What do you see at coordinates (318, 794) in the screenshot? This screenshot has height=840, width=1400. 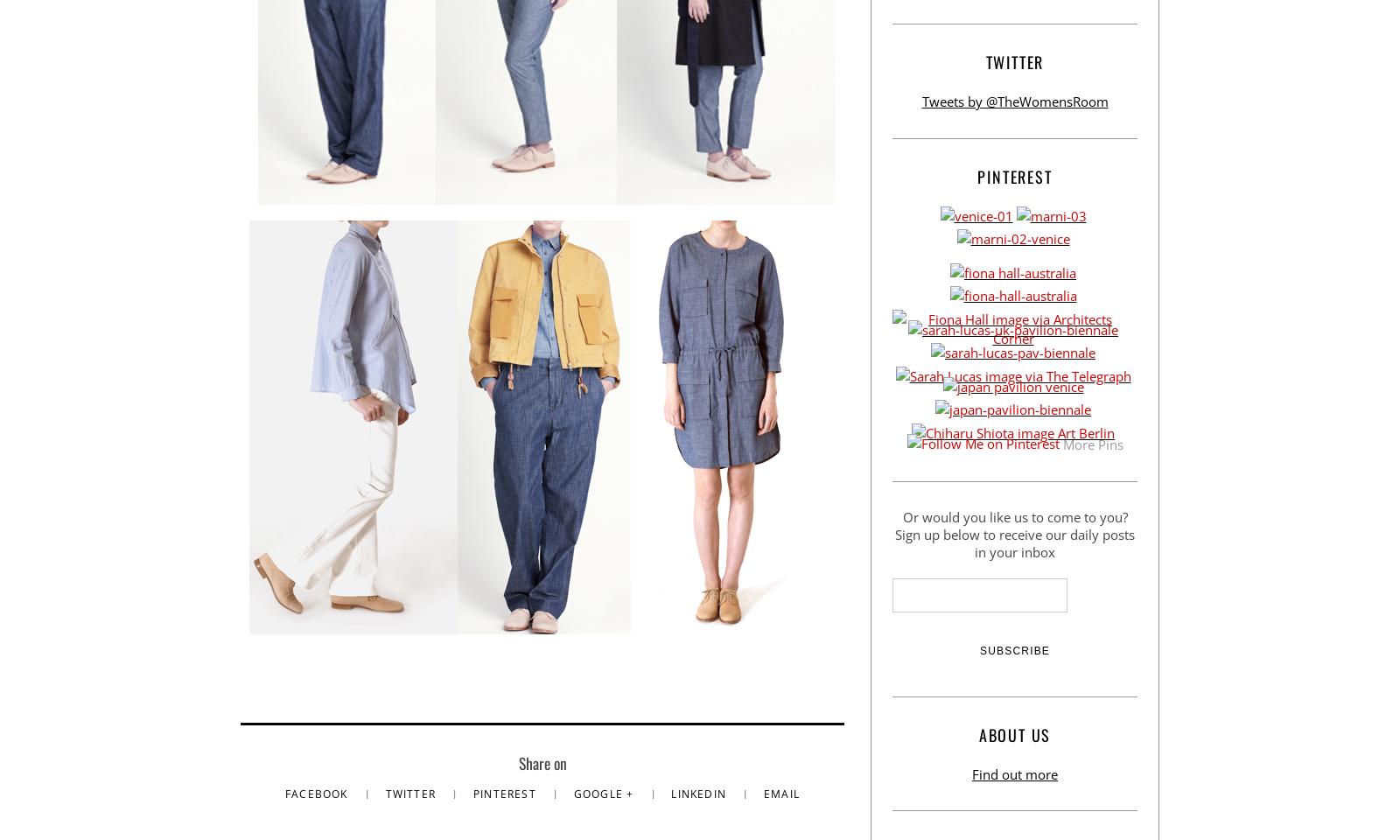 I see `'Facebook'` at bounding box center [318, 794].